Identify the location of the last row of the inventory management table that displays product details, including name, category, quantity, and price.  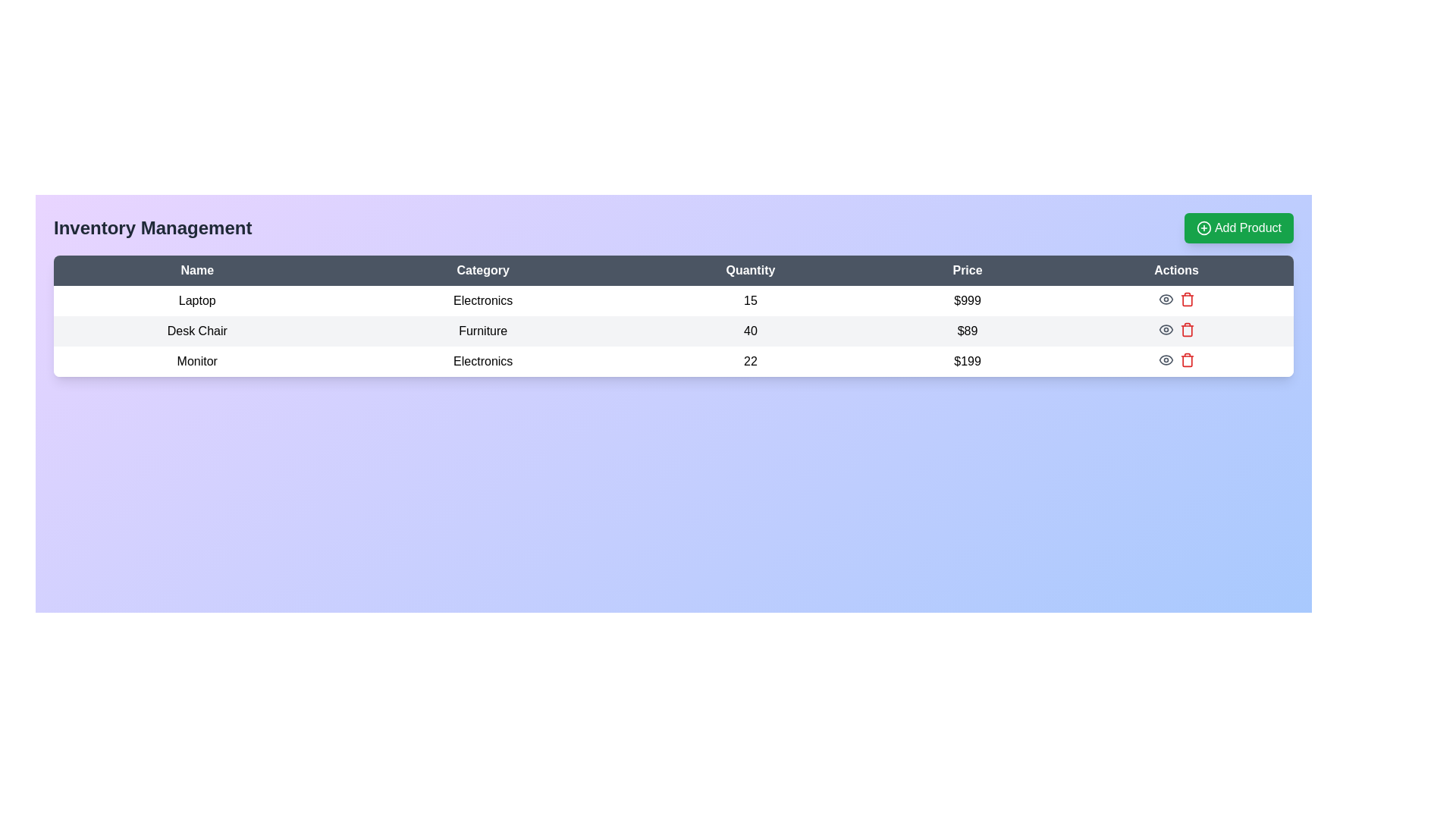
(673, 362).